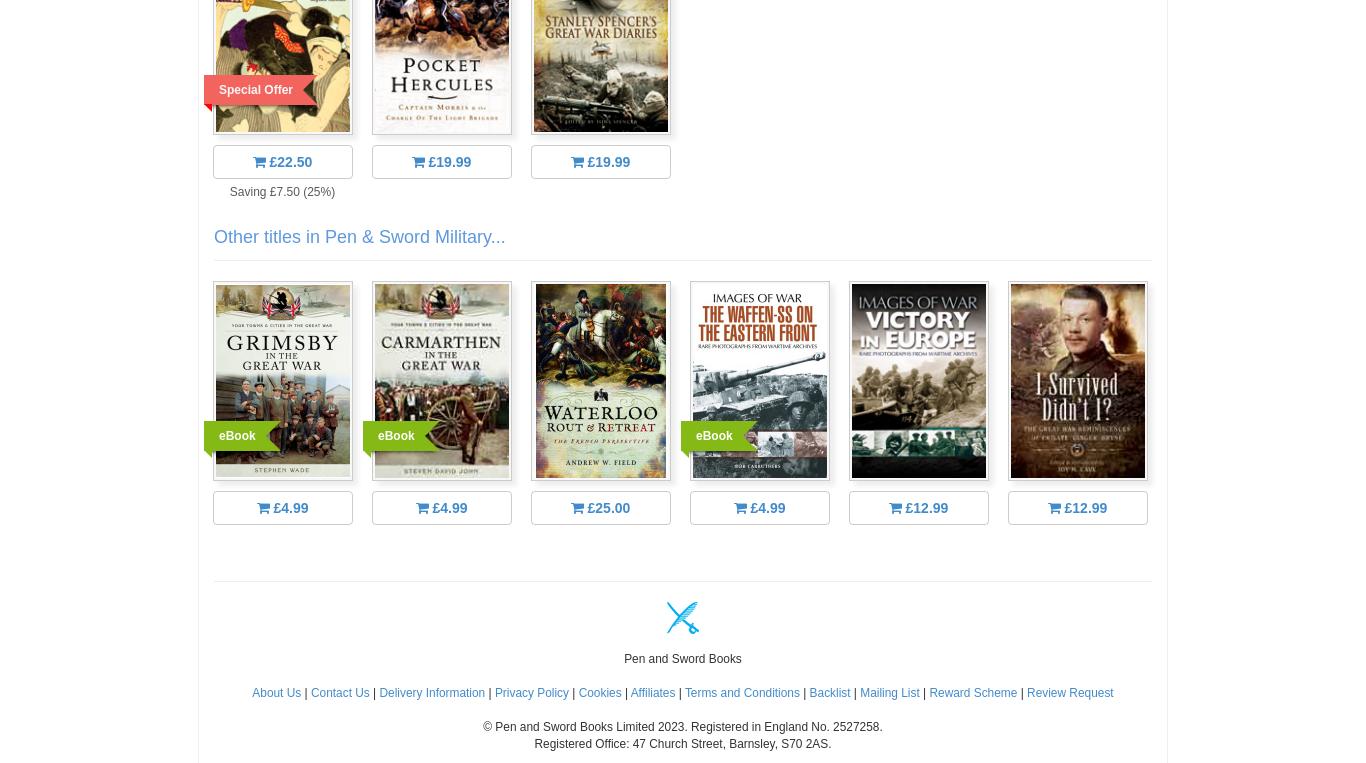  Describe the element at coordinates (213, 234) in the screenshot. I see `'Other titles in Pen & Sword Military...'` at that location.